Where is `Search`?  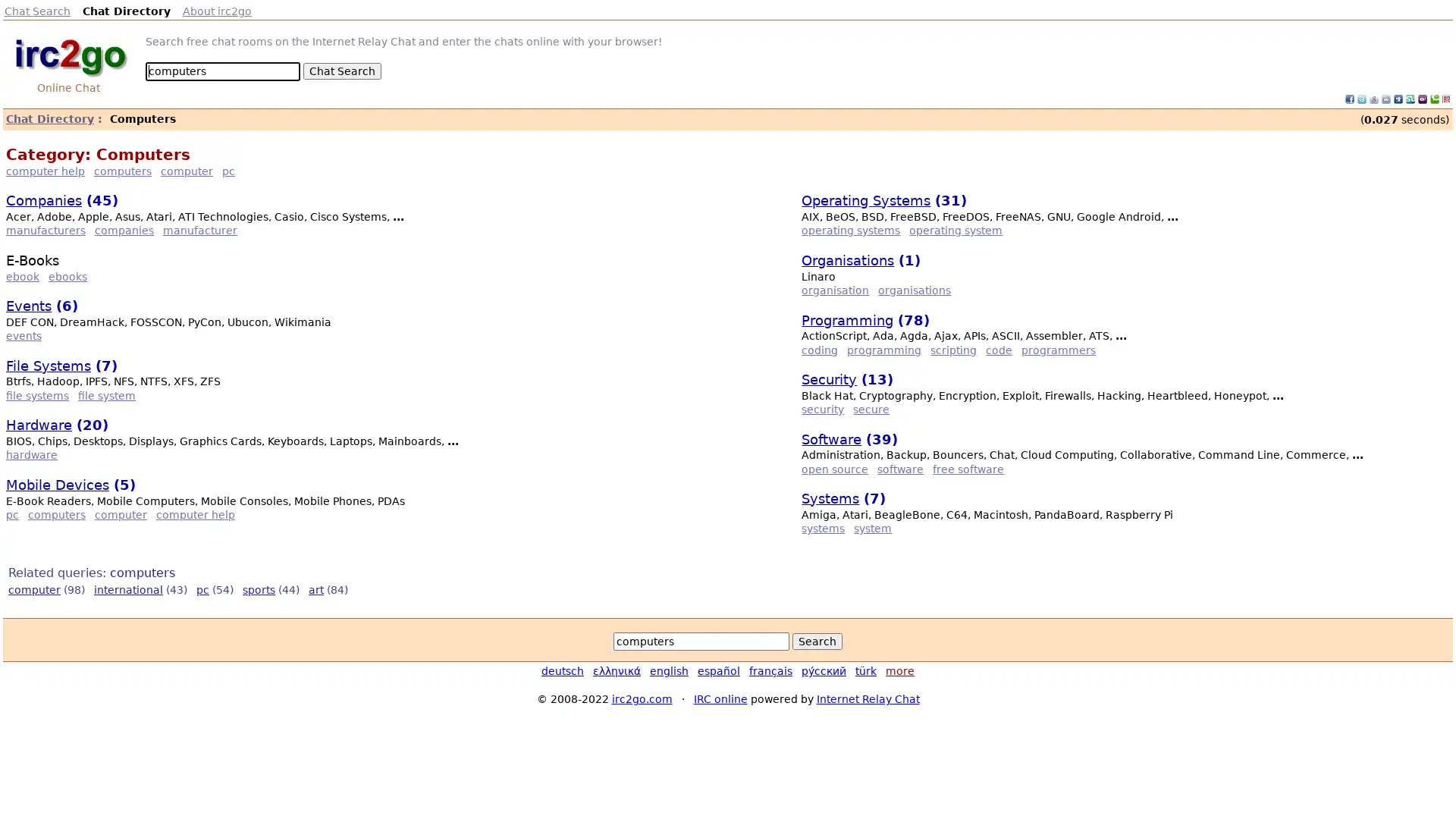 Search is located at coordinates (817, 641).